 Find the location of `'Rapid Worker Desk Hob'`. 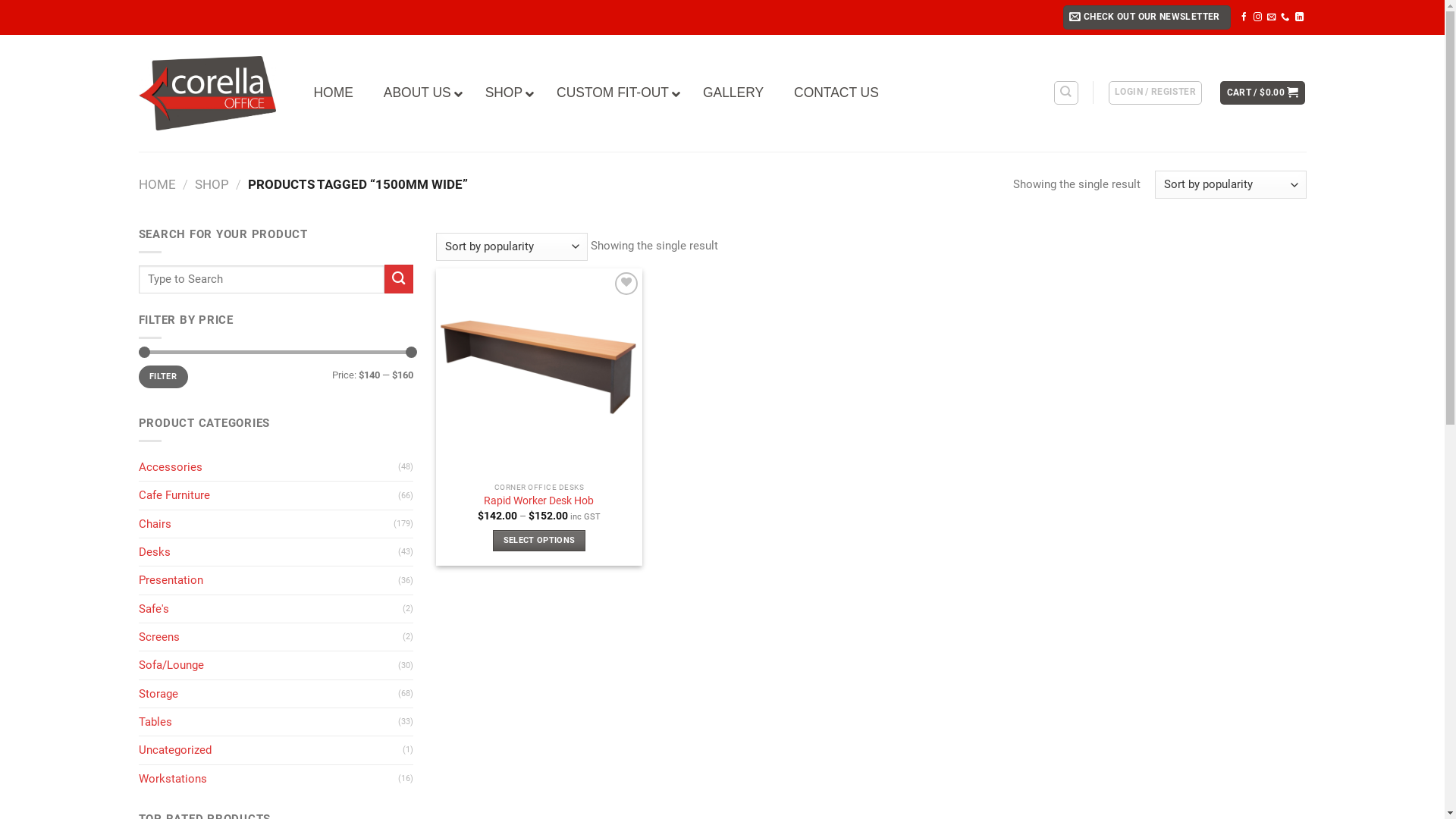

'Rapid Worker Desk Hob' is located at coordinates (538, 500).